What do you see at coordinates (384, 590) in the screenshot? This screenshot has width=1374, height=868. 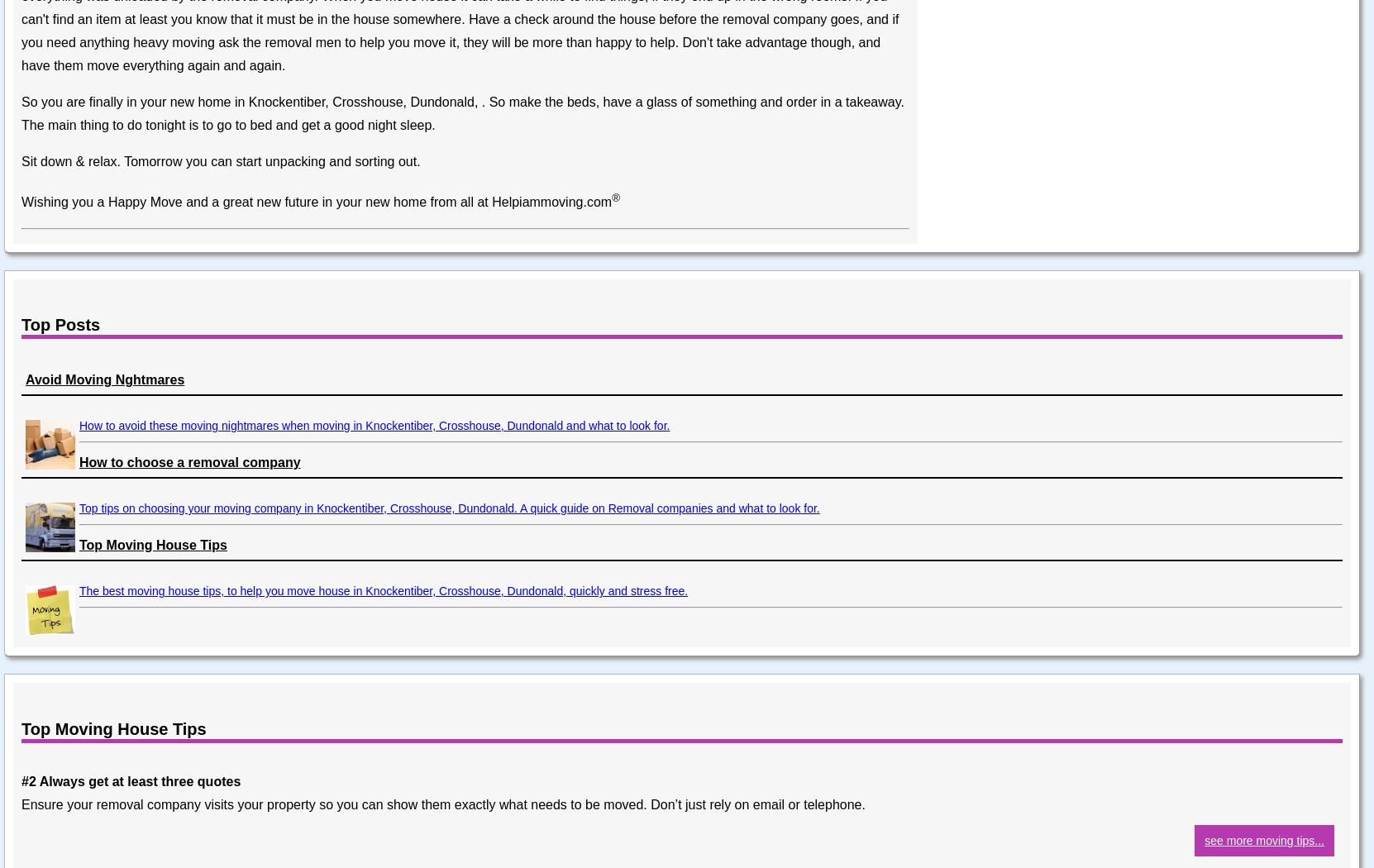 I see `'The best moving house tips, to help you move house in Knockentiber, Crosshouse, Dundonald, quickly and stress free.'` at bounding box center [384, 590].